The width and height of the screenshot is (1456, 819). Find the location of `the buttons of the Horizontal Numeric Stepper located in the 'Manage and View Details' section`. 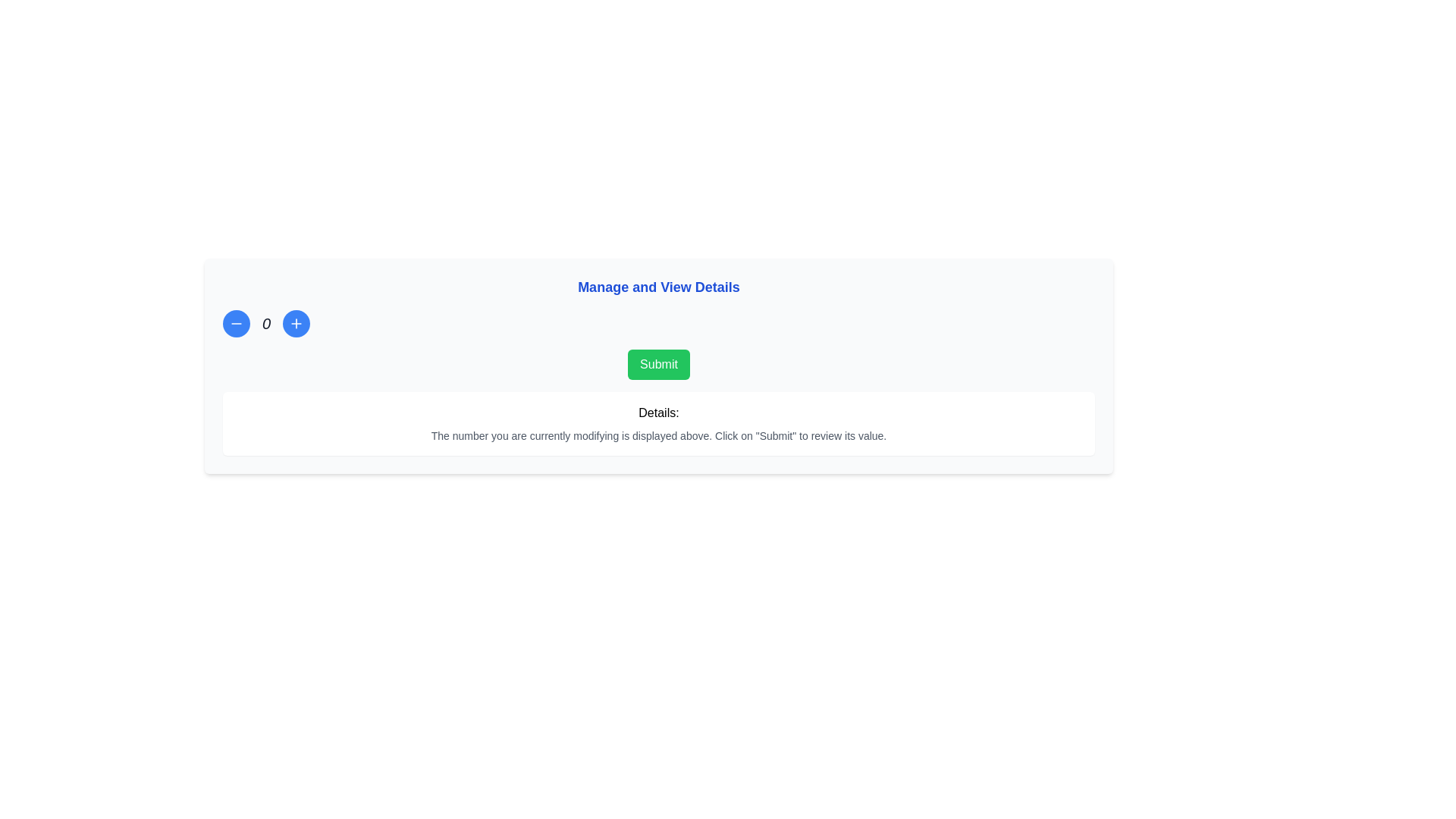

the buttons of the Horizontal Numeric Stepper located in the 'Manage and View Details' section is located at coordinates (658, 323).